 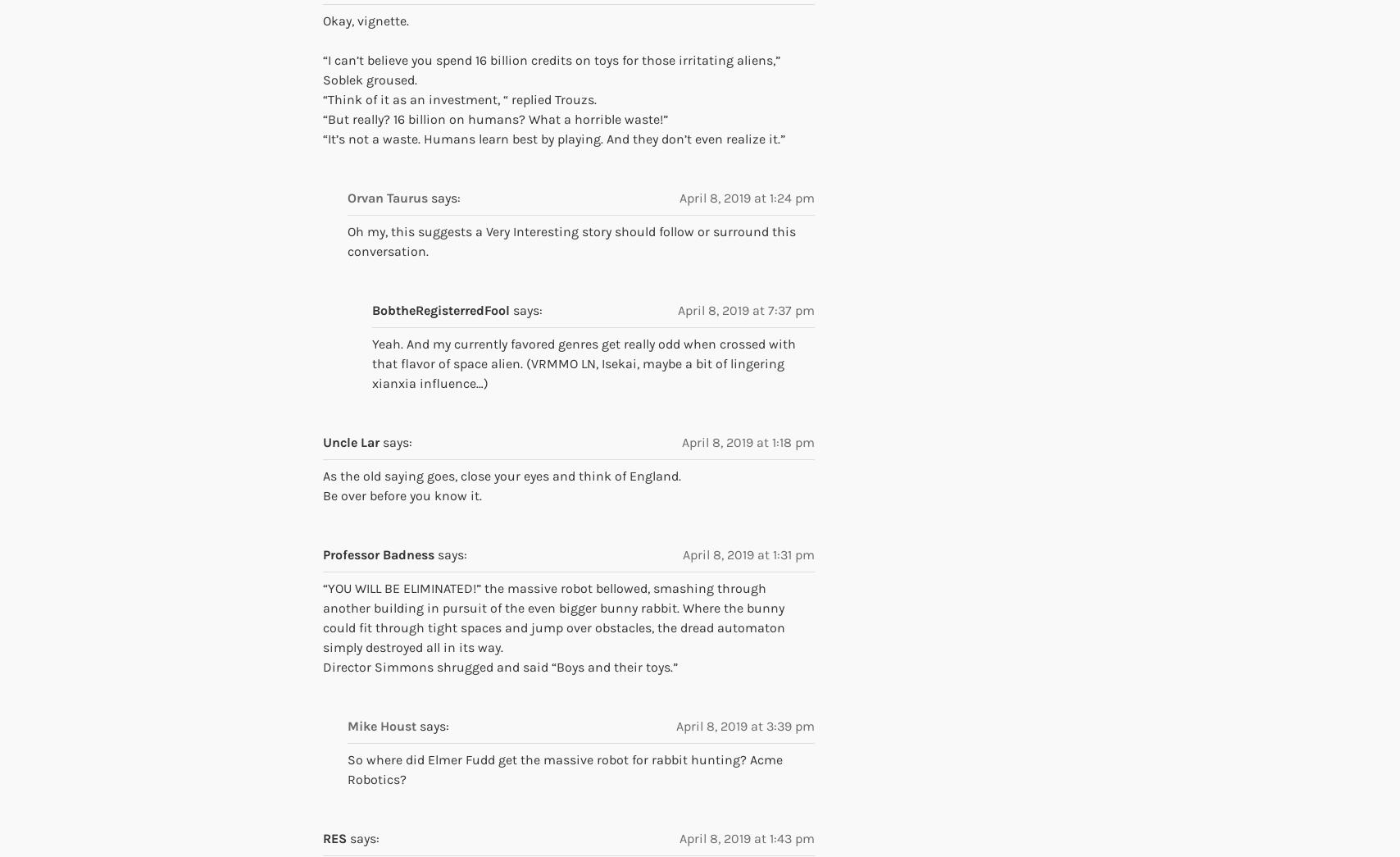 I want to click on 'Director Simmons shrugged and said “Boys and their toys.”', so click(x=500, y=666).